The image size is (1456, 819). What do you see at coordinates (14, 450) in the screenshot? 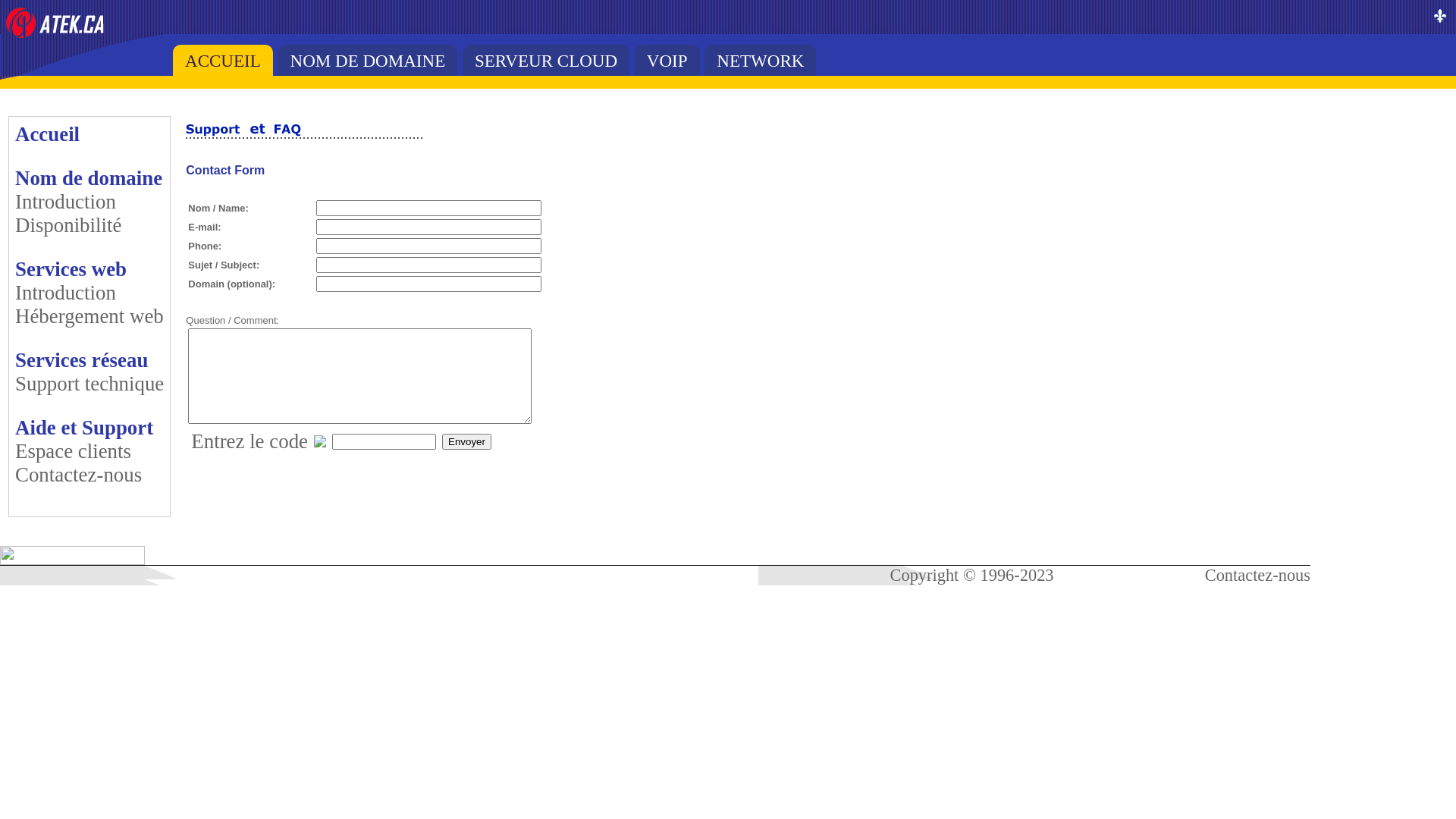
I see `'Espace clients'` at bounding box center [14, 450].